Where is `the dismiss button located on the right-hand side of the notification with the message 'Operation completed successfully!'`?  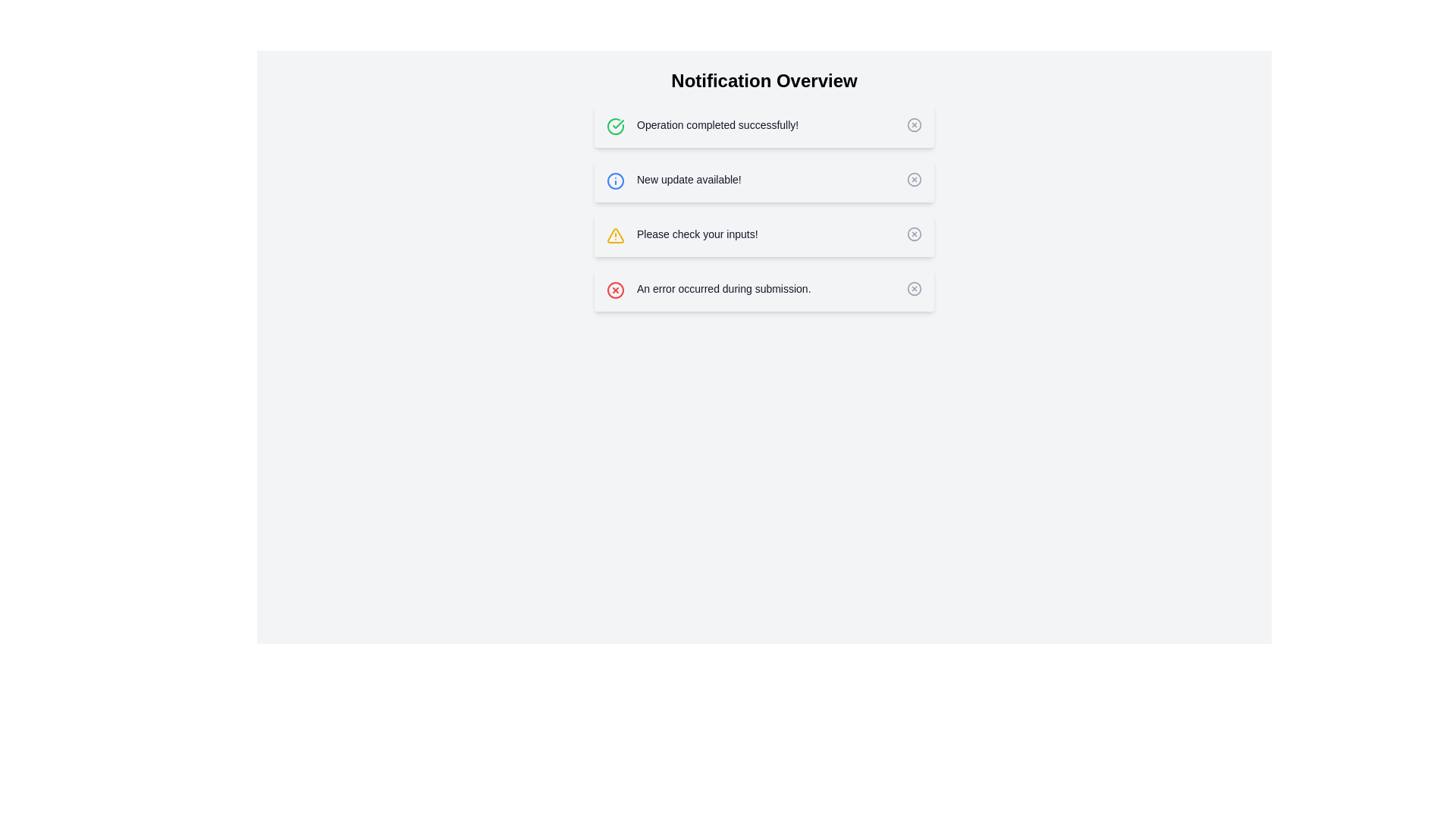
the dismiss button located on the right-hand side of the notification with the message 'Operation completed successfully!' is located at coordinates (913, 124).